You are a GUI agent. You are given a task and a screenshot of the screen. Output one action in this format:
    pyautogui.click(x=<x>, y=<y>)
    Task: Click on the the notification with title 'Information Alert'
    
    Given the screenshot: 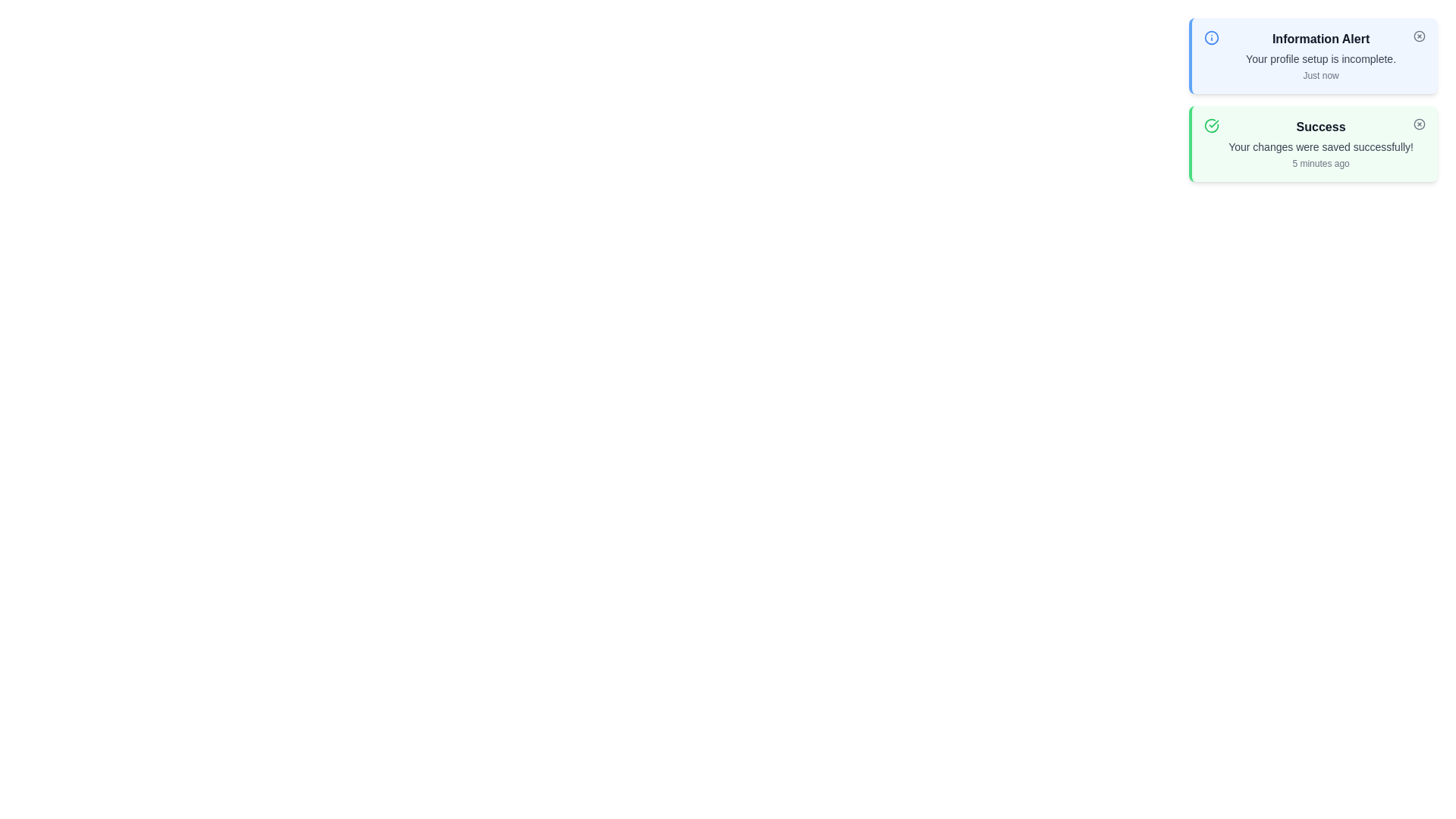 What is the action you would take?
    pyautogui.click(x=1313, y=55)
    